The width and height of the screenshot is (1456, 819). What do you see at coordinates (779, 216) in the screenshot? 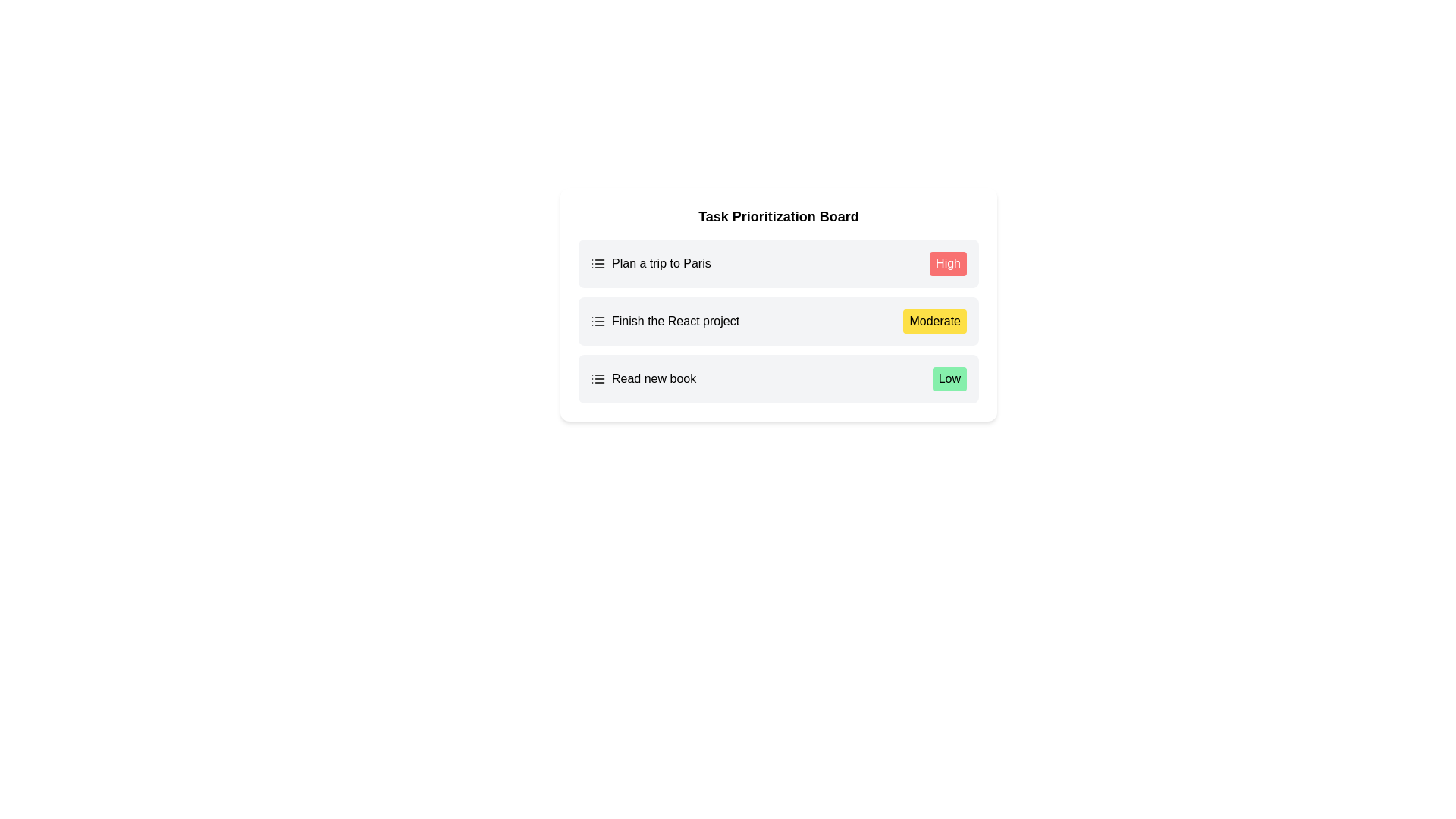
I see `the header or title text of the task prioritization board to possibly trigger a tooltip or style change` at bounding box center [779, 216].